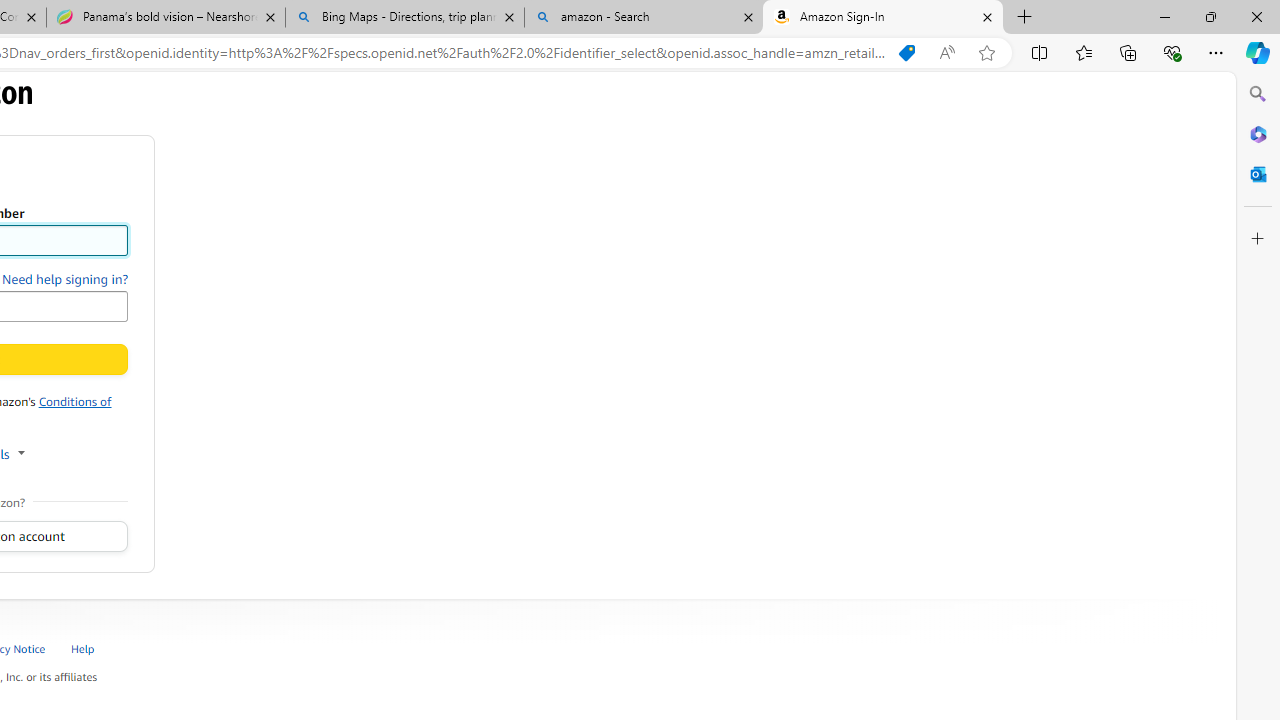  I want to click on 'Amazon Sign-In', so click(882, 17).